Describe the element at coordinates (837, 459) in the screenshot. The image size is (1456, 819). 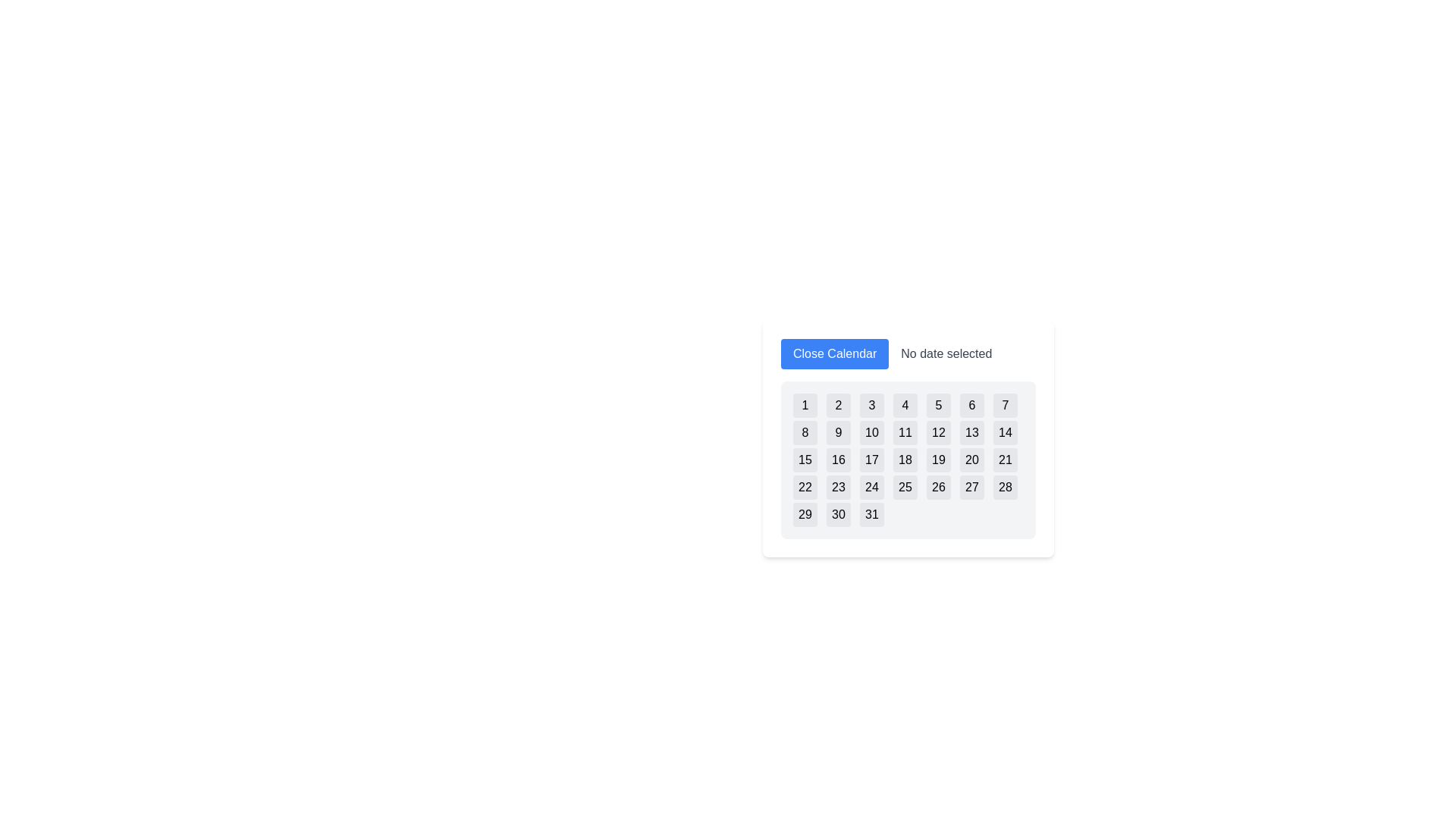
I see `the selectable date button in the calendar interface, located in the third row and second column` at that location.